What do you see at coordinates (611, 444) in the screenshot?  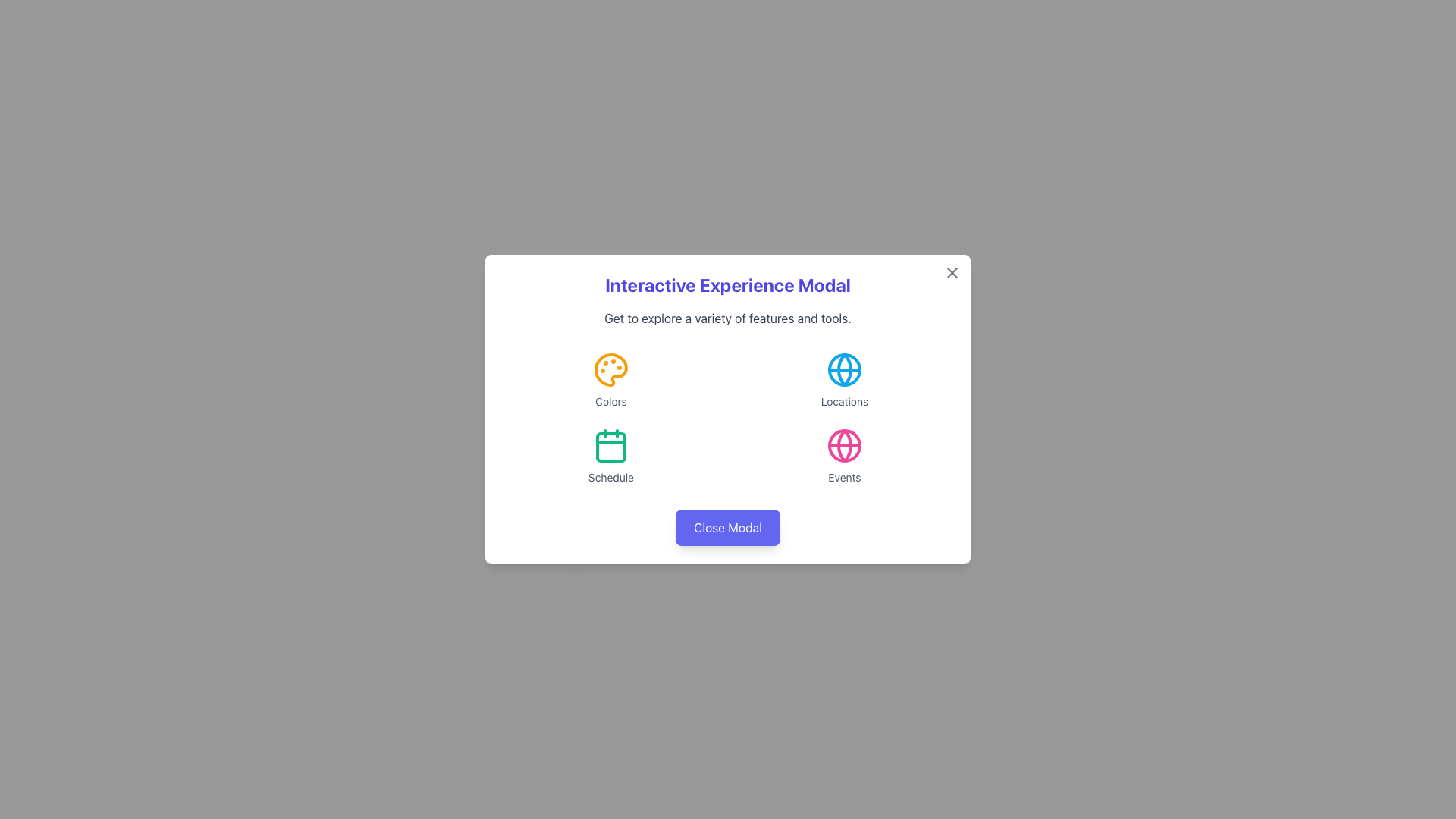 I see `the leftmost icon in the second row of icons inside the modal interface` at bounding box center [611, 444].